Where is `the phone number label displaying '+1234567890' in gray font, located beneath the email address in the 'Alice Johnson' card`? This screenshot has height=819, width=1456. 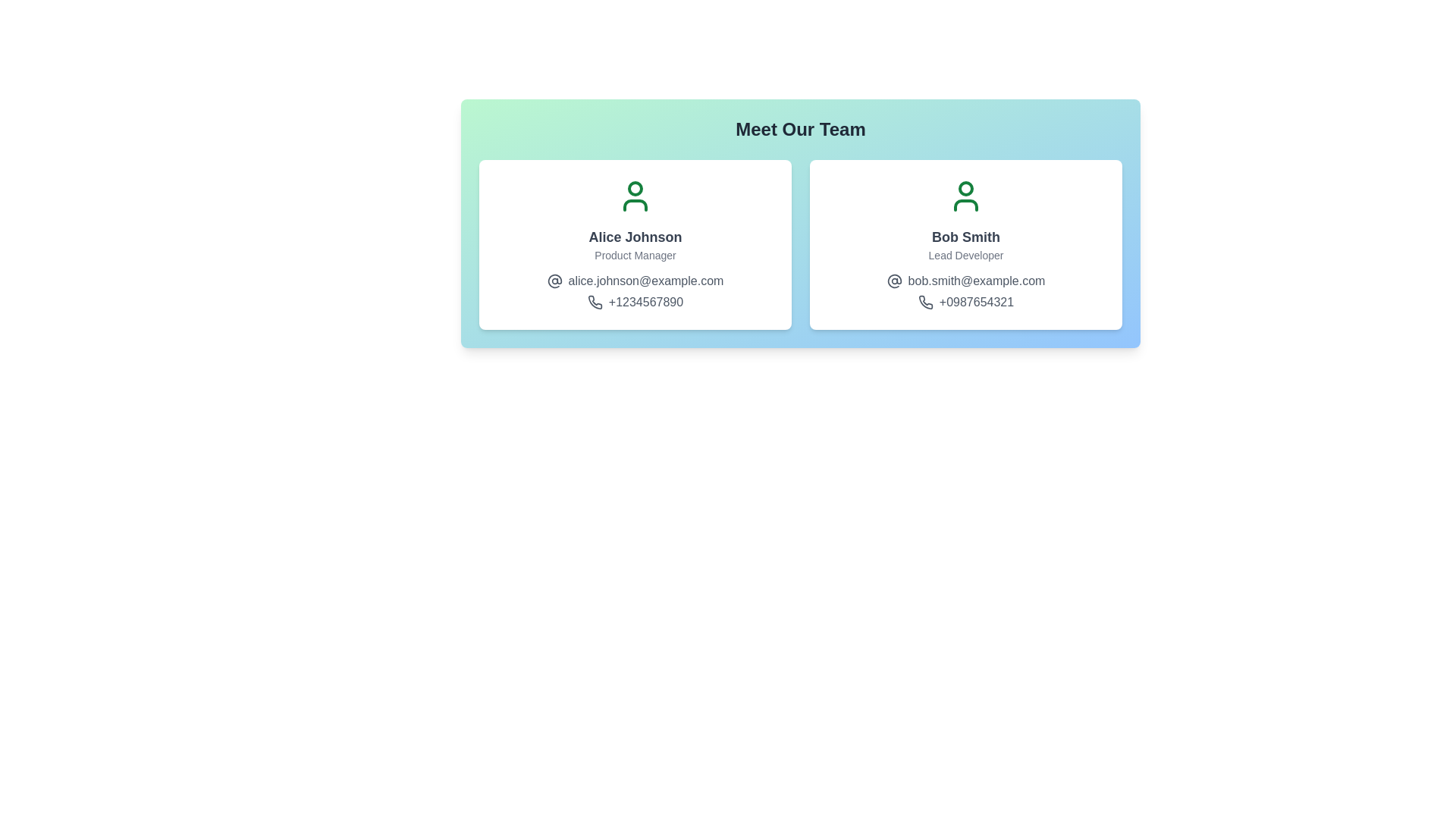
the phone number label displaying '+1234567890' in gray font, located beneath the email address in the 'Alice Johnson' card is located at coordinates (645, 302).